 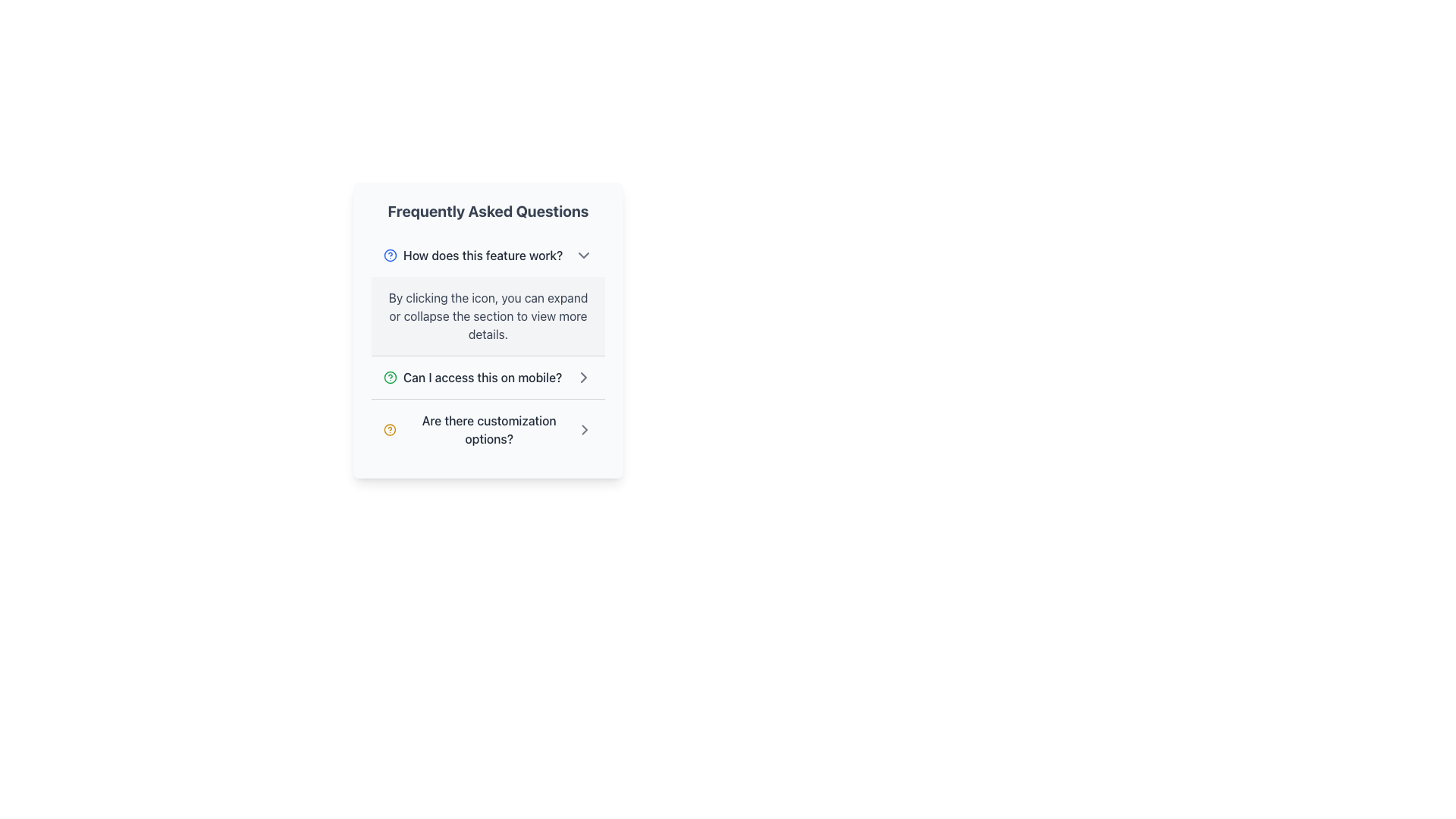 What do you see at coordinates (583, 430) in the screenshot?
I see `the right-facing gray chevron icon next to the text 'Are there customization options?'` at bounding box center [583, 430].